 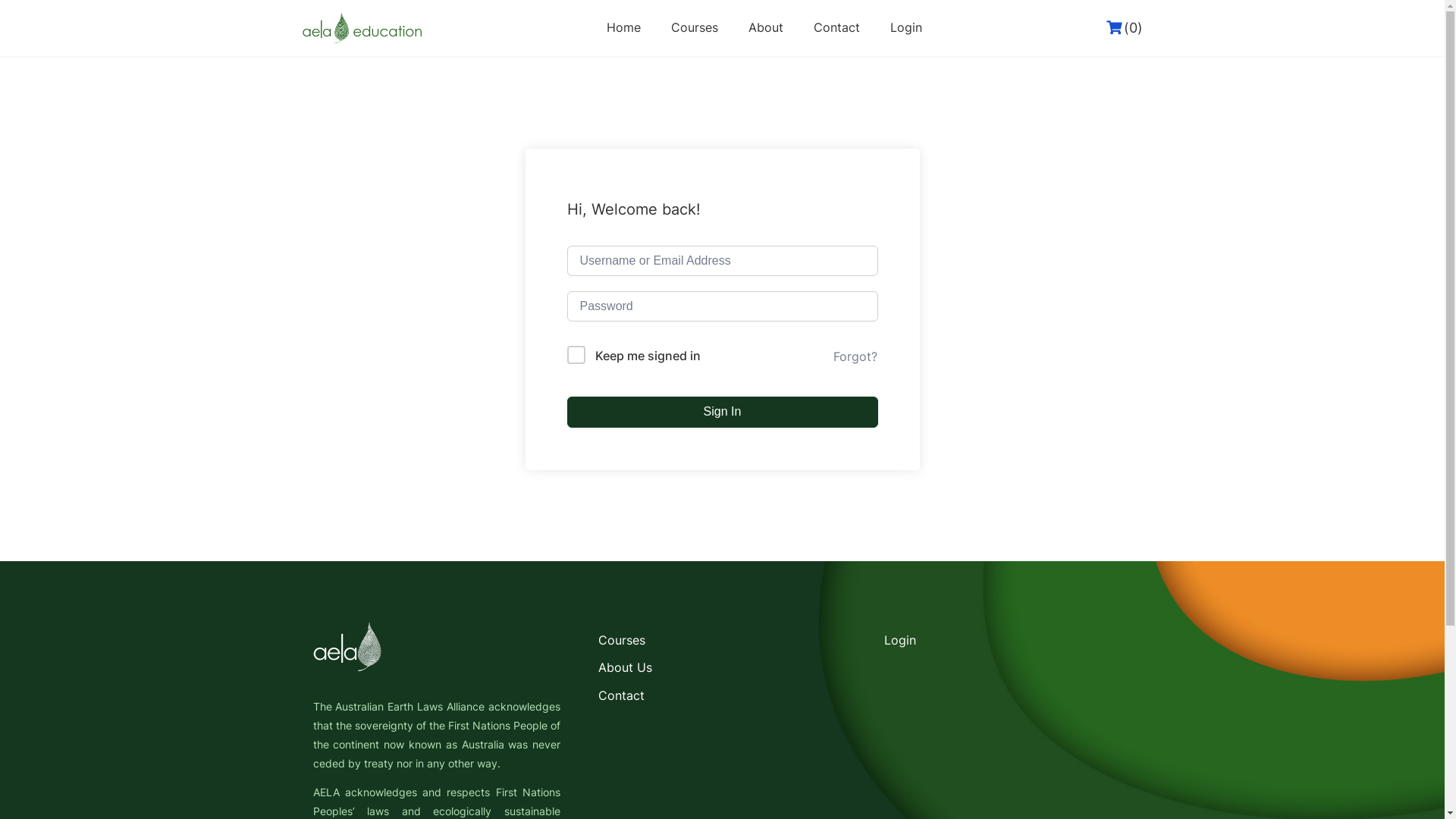 I want to click on '(0)', so click(x=1125, y=28).